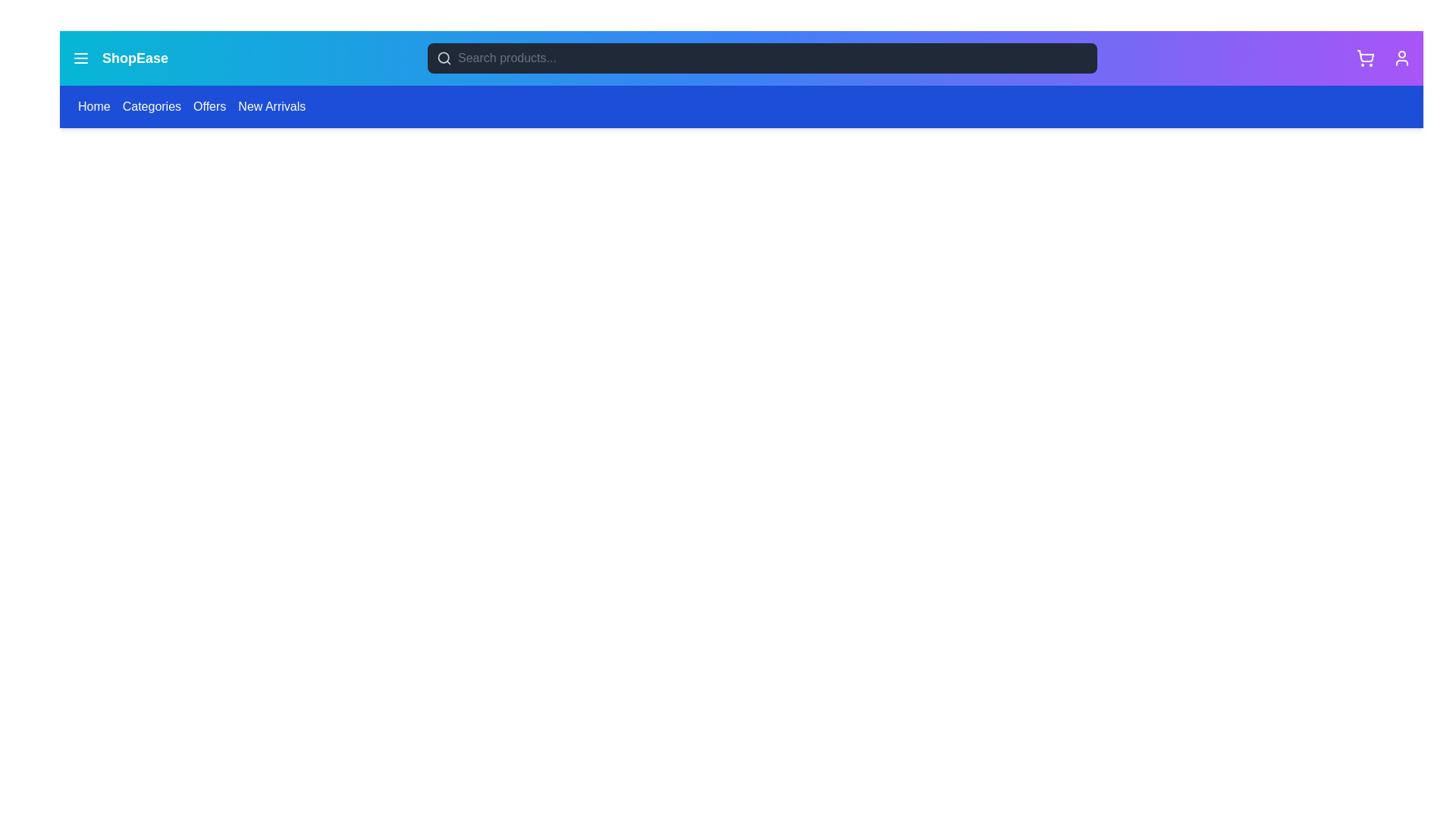 The width and height of the screenshot is (1456, 819). What do you see at coordinates (152, 106) in the screenshot?
I see `the 'Categories' hyperlink in the navigation bar` at bounding box center [152, 106].